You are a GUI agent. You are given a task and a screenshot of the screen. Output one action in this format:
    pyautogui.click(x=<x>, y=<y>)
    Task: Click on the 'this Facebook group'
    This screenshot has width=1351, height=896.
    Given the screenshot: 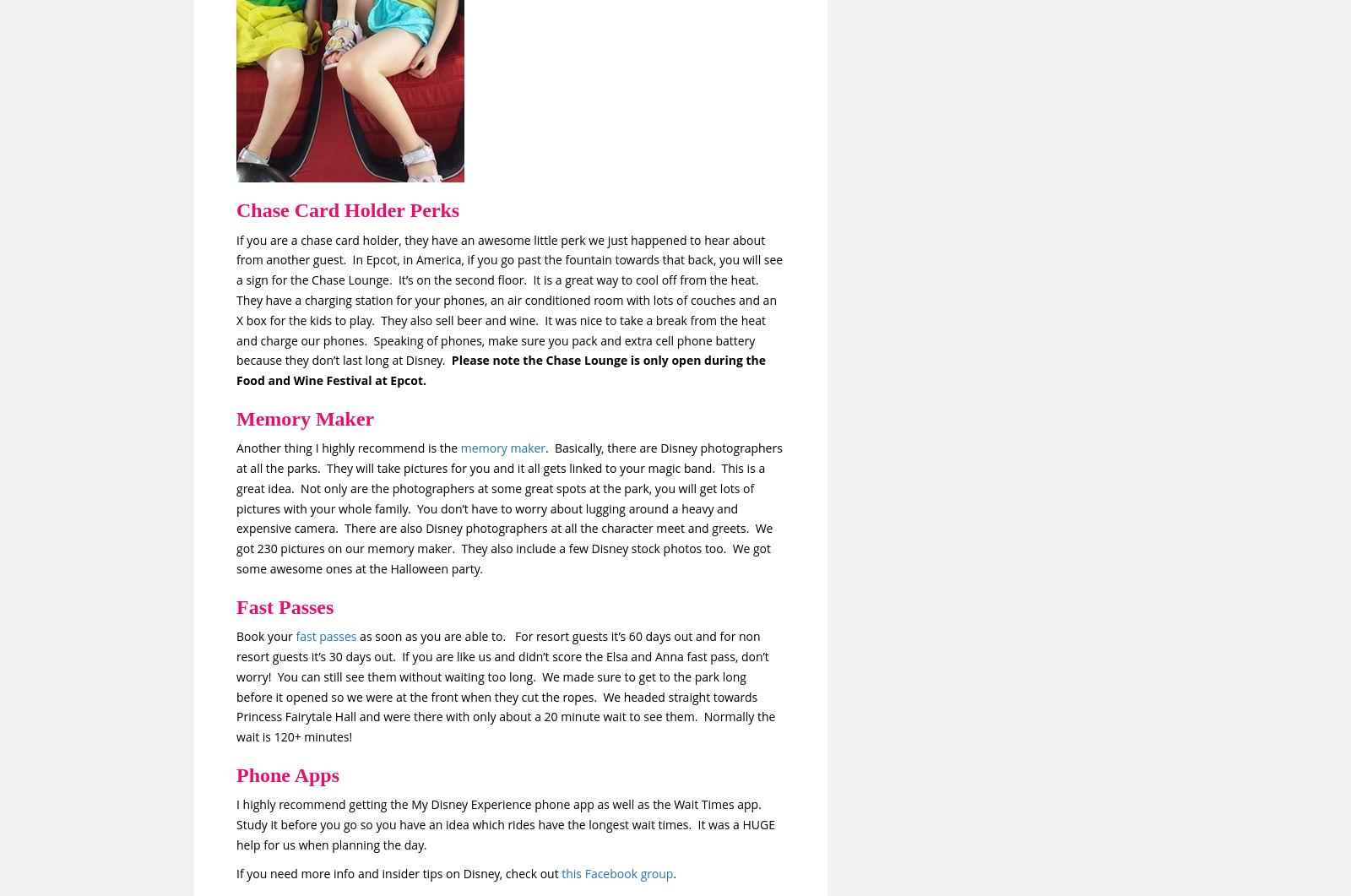 What is the action you would take?
    pyautogui.click(x=617, y=872)
    